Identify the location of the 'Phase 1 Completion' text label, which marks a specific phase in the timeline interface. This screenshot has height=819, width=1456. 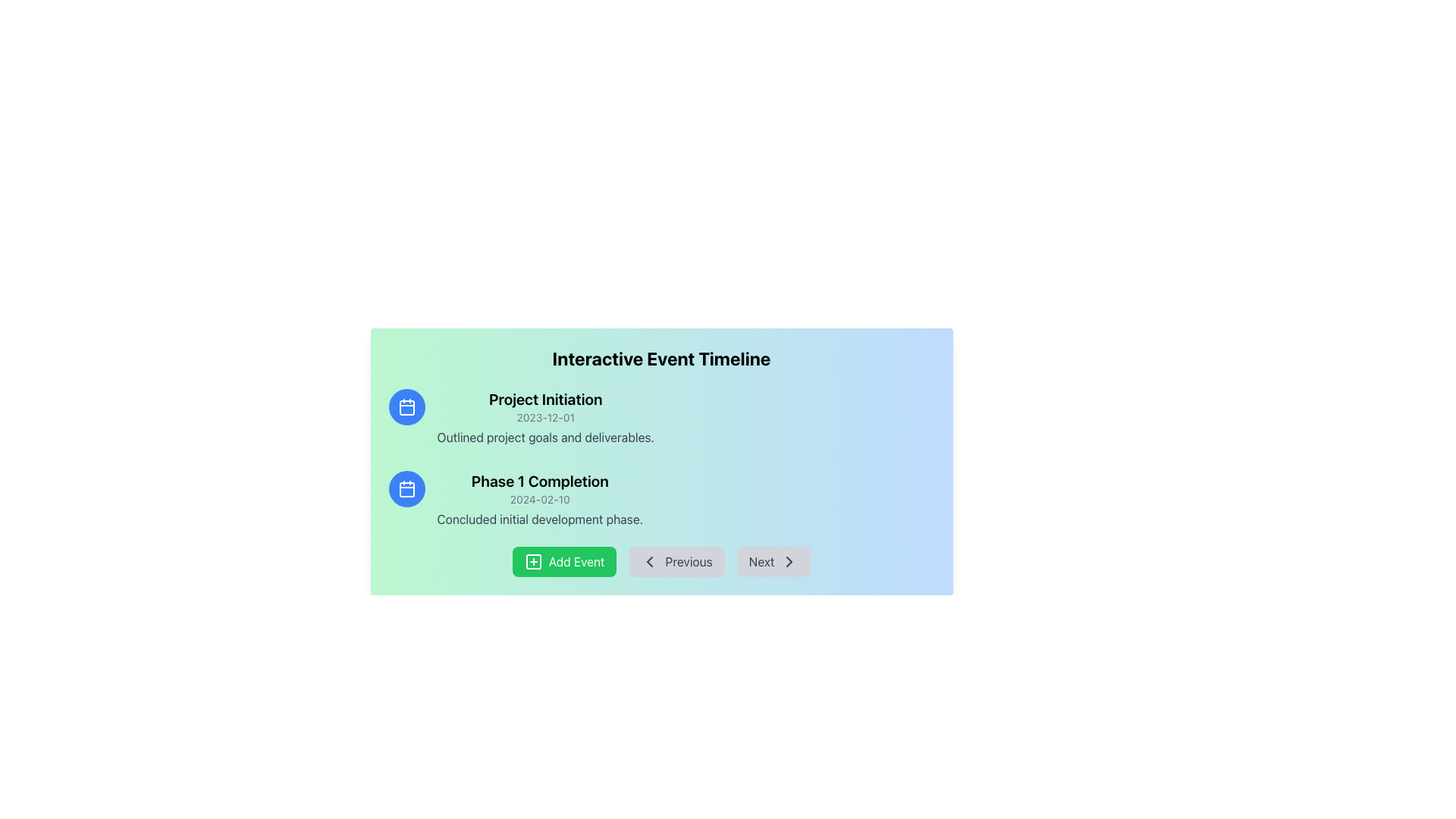
(540, 482).